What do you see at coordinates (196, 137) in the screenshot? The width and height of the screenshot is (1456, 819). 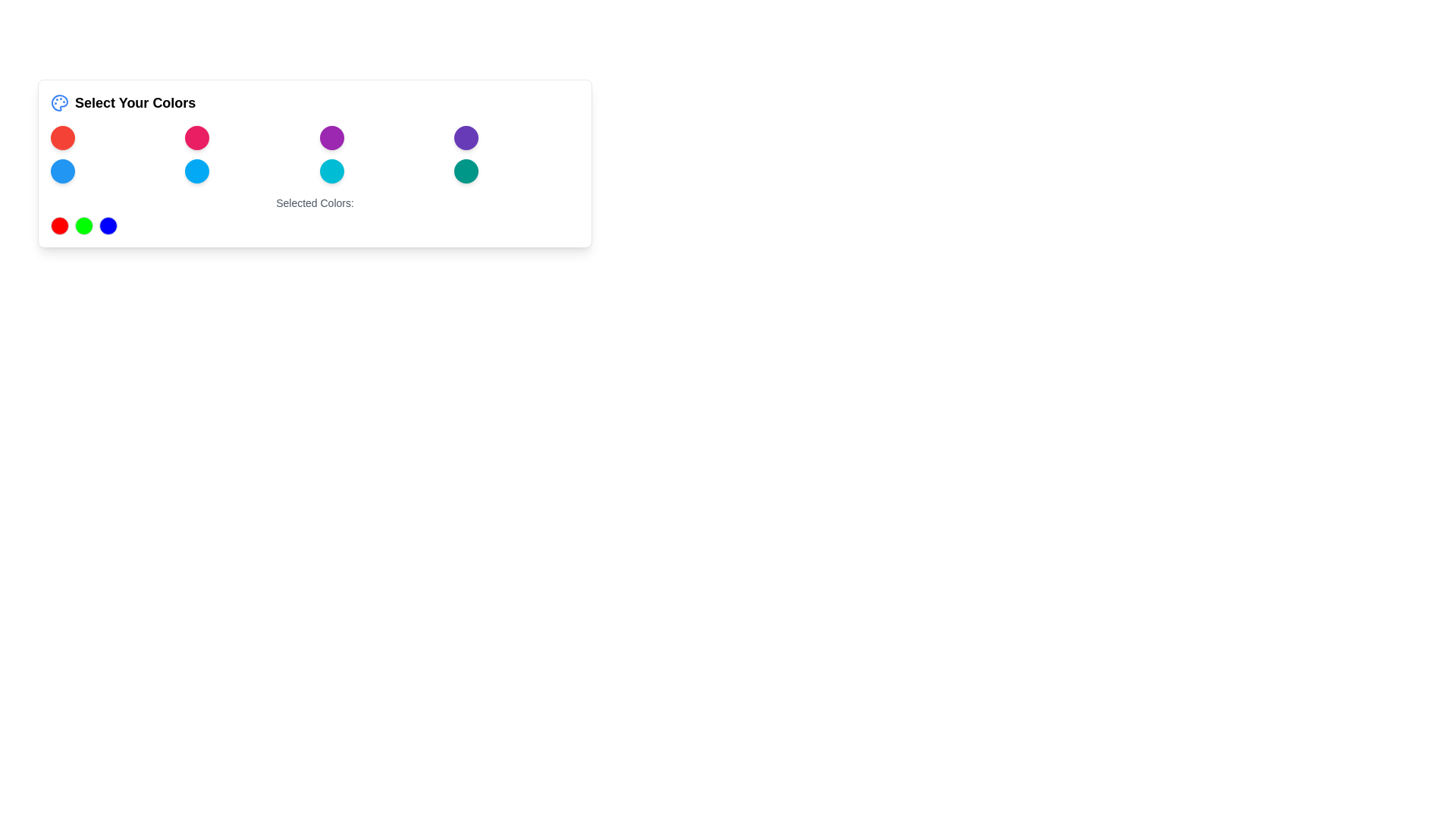 I see `the small, circular pink button located in the second column of the grid in the 'Select Your Colors' card` at bounding box center [196, 137].